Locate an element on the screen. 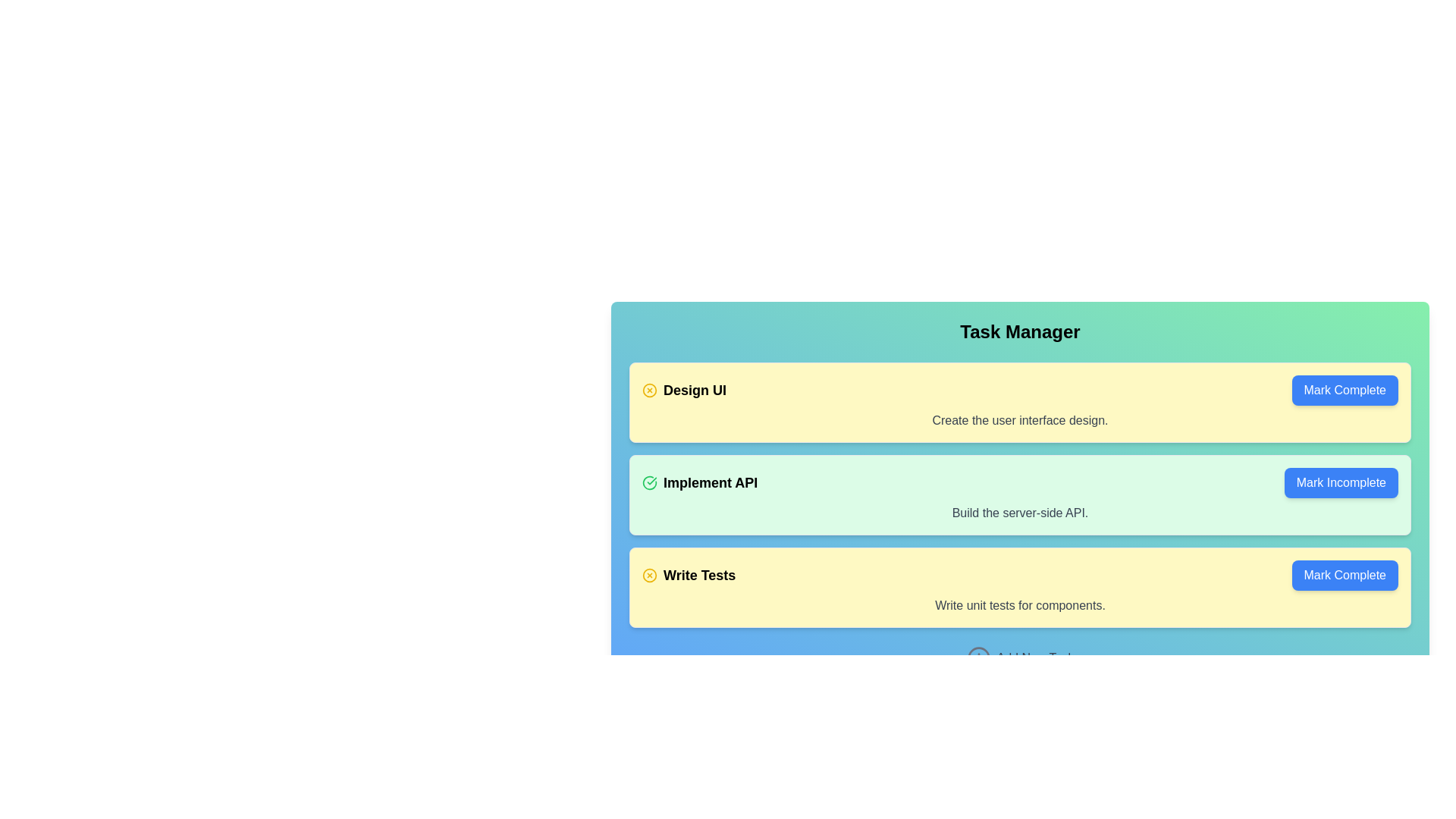  the 'Mark Complete' button with a blue background and white text, located in the task row titled 'Design UI' in the Task Manager interface is located at coordinates (1345, 390).